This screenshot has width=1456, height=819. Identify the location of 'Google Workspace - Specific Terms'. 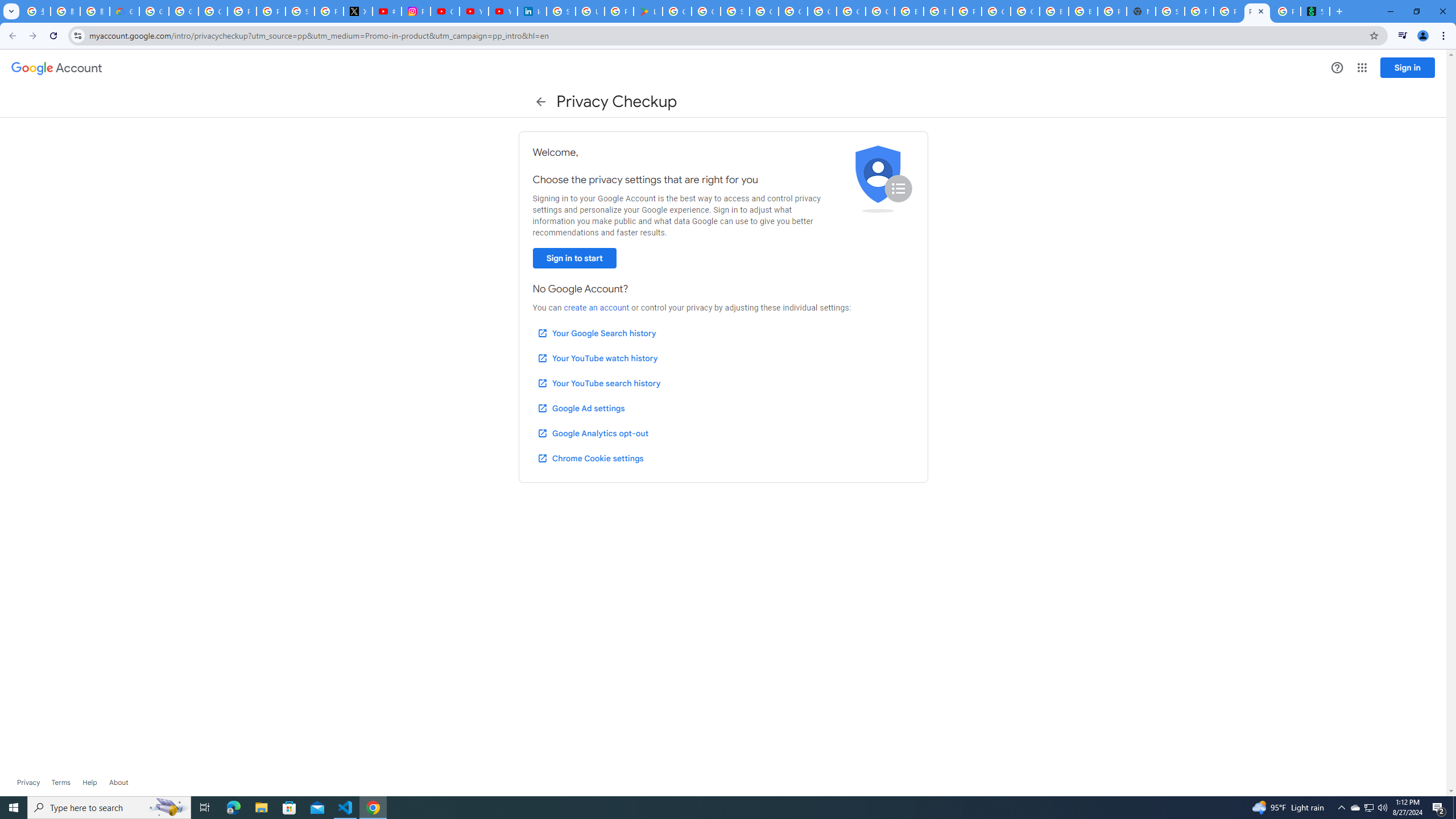
(705, 11).